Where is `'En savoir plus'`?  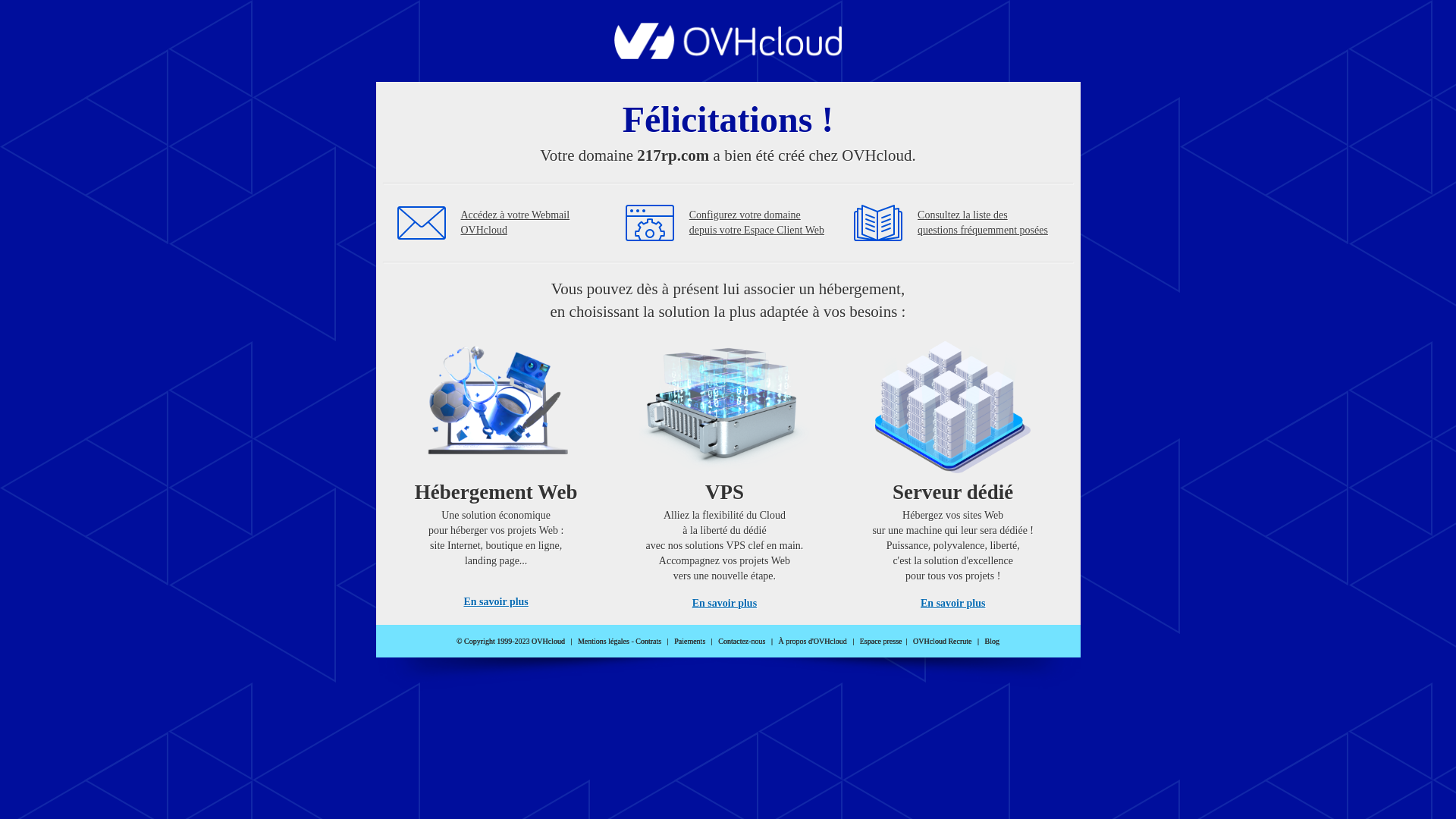
'En savoir plus' is located at coordinates (495, 601).